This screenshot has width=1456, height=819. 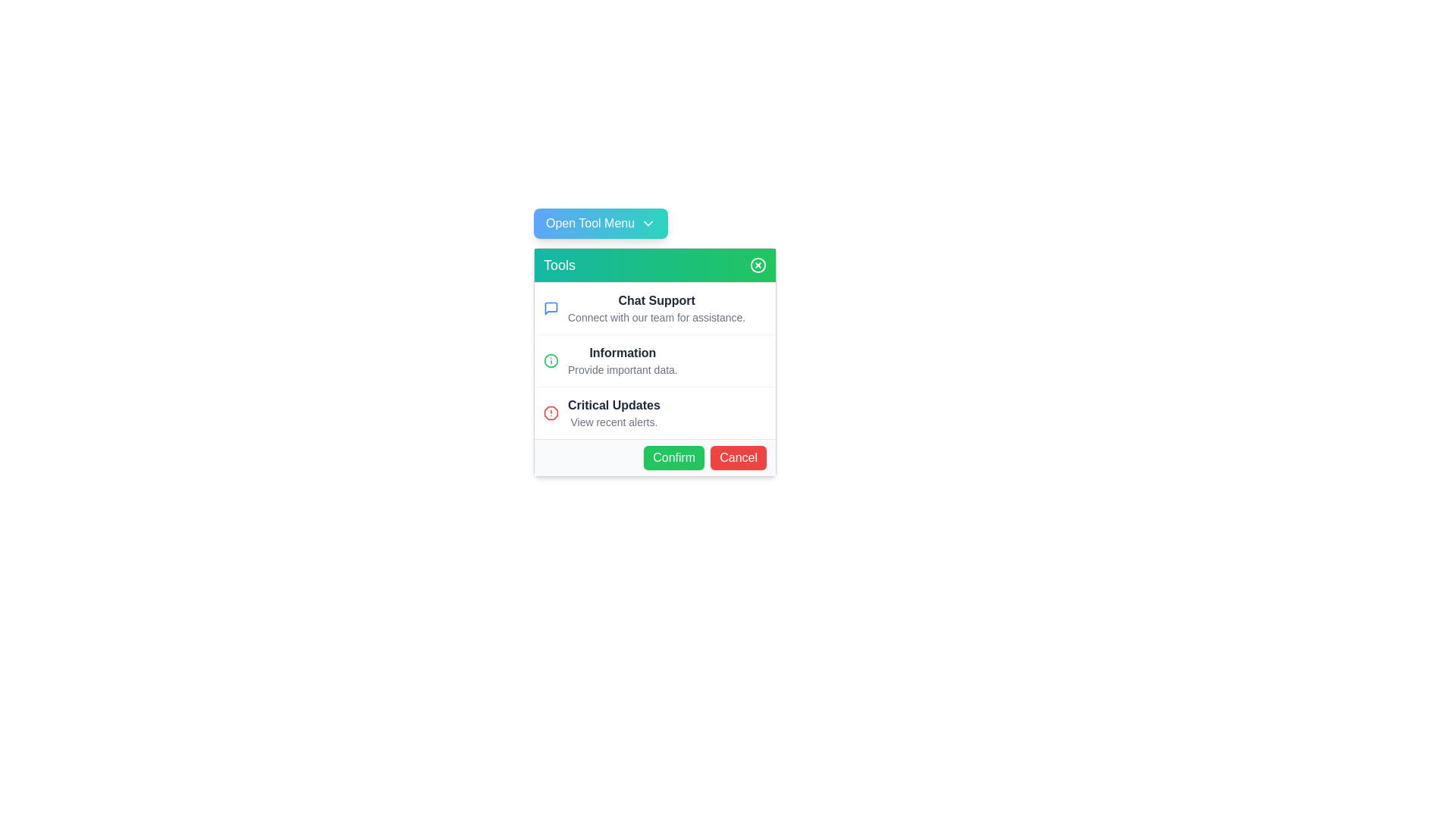 I want to click on the text label located at the top-left of the green gradient header bar, which serves as a title for the section and helps identify the context of the view below, so click(x=559, y=265).